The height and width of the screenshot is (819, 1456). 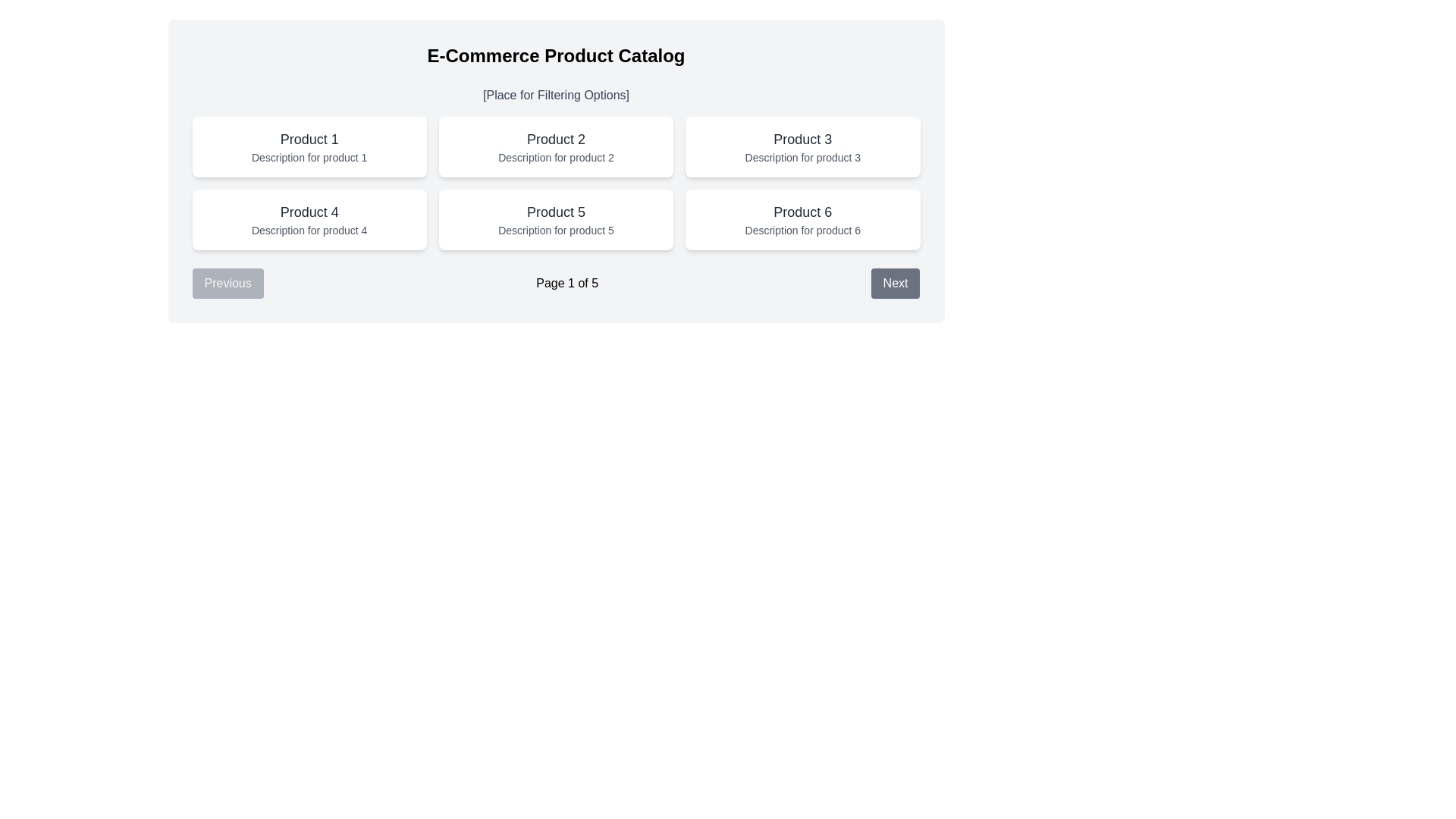 I want to click on the text label displaying 'Description for product 2', which is located below the heading 'Product 2' in the second card of the grid layout, so click(x=555, y=158).